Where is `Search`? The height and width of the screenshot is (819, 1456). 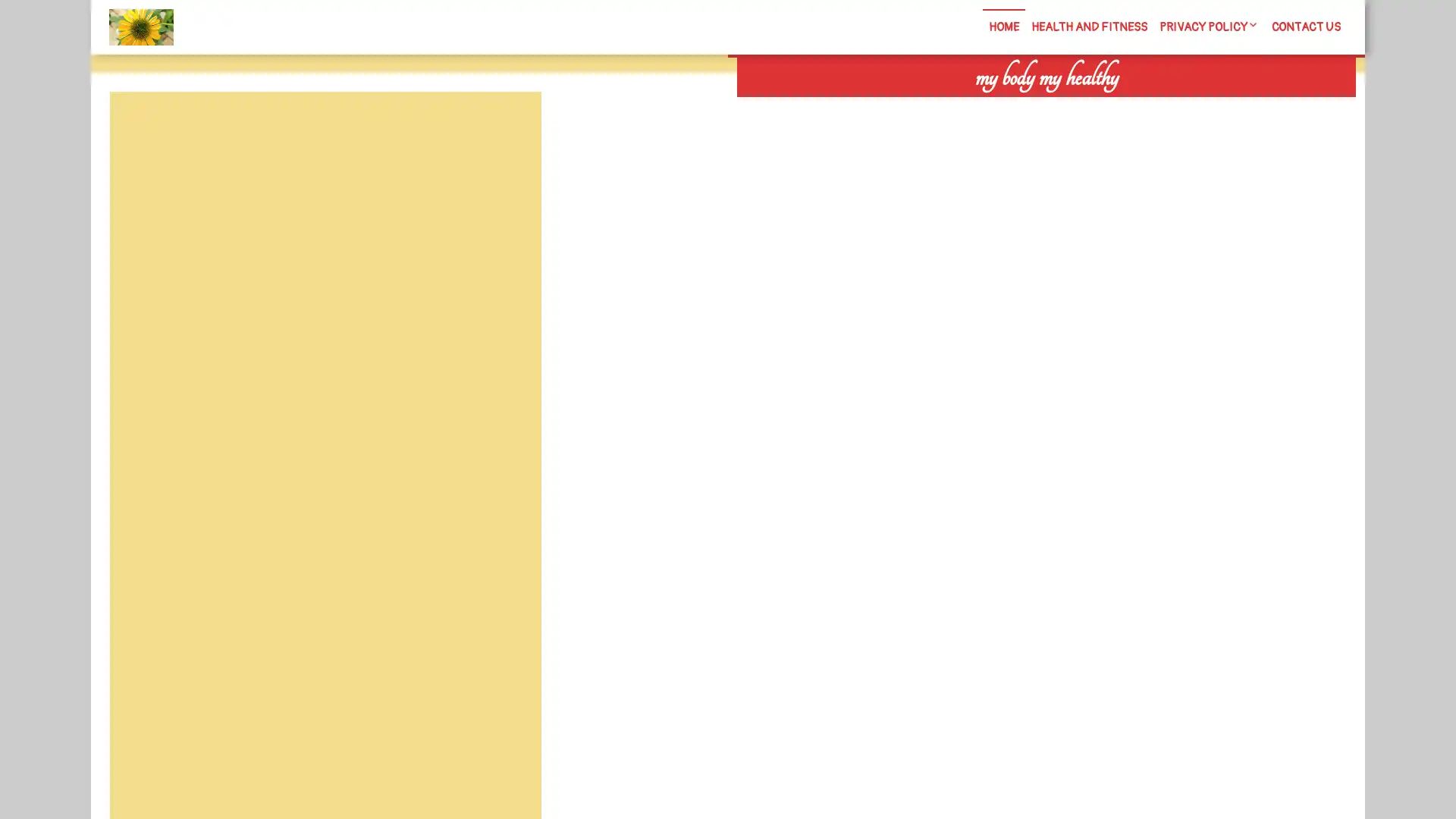 Search is located at coordinates (506, 127).